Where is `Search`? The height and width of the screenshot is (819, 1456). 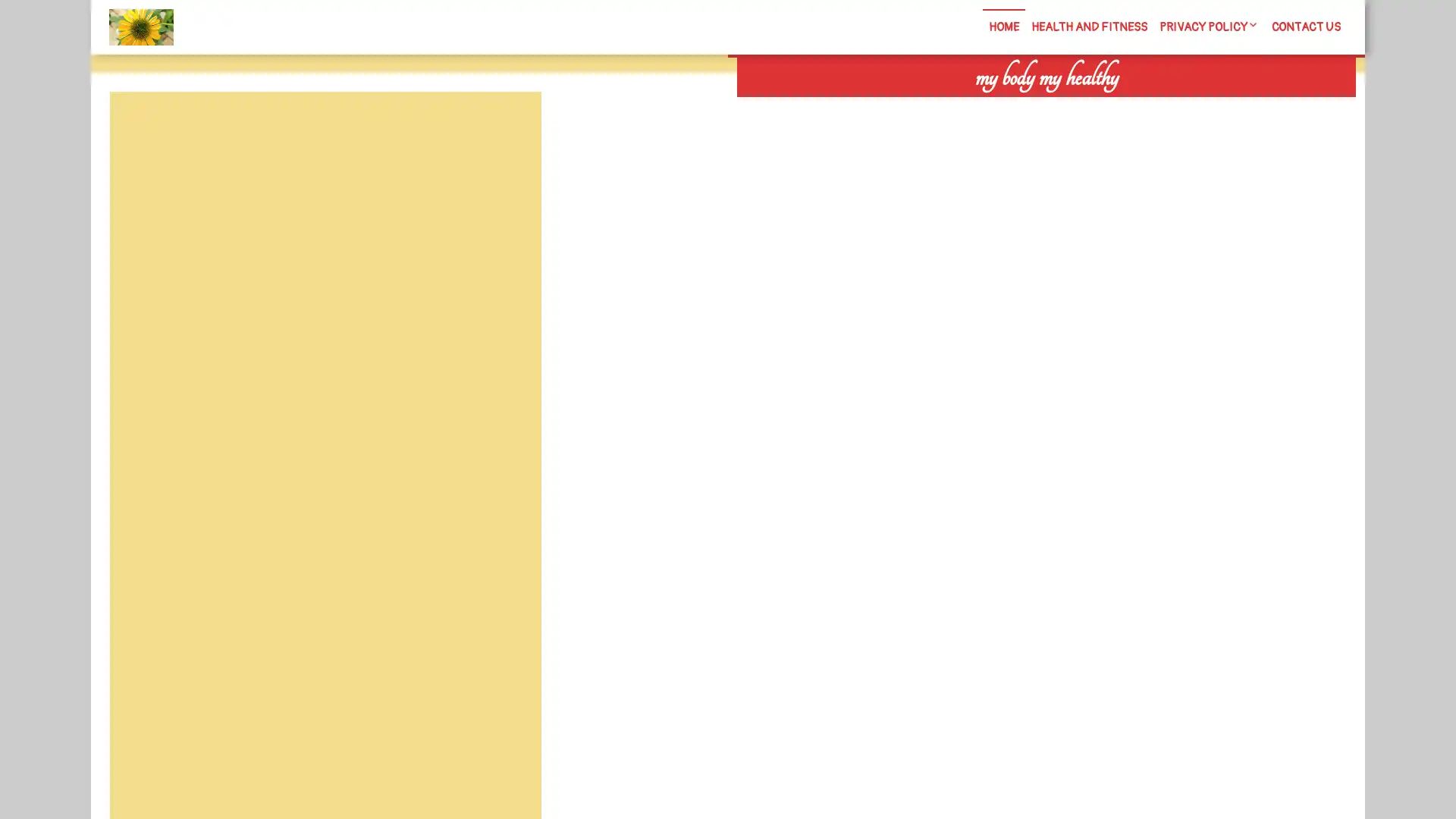 Search is located at coordinates (506, 127).